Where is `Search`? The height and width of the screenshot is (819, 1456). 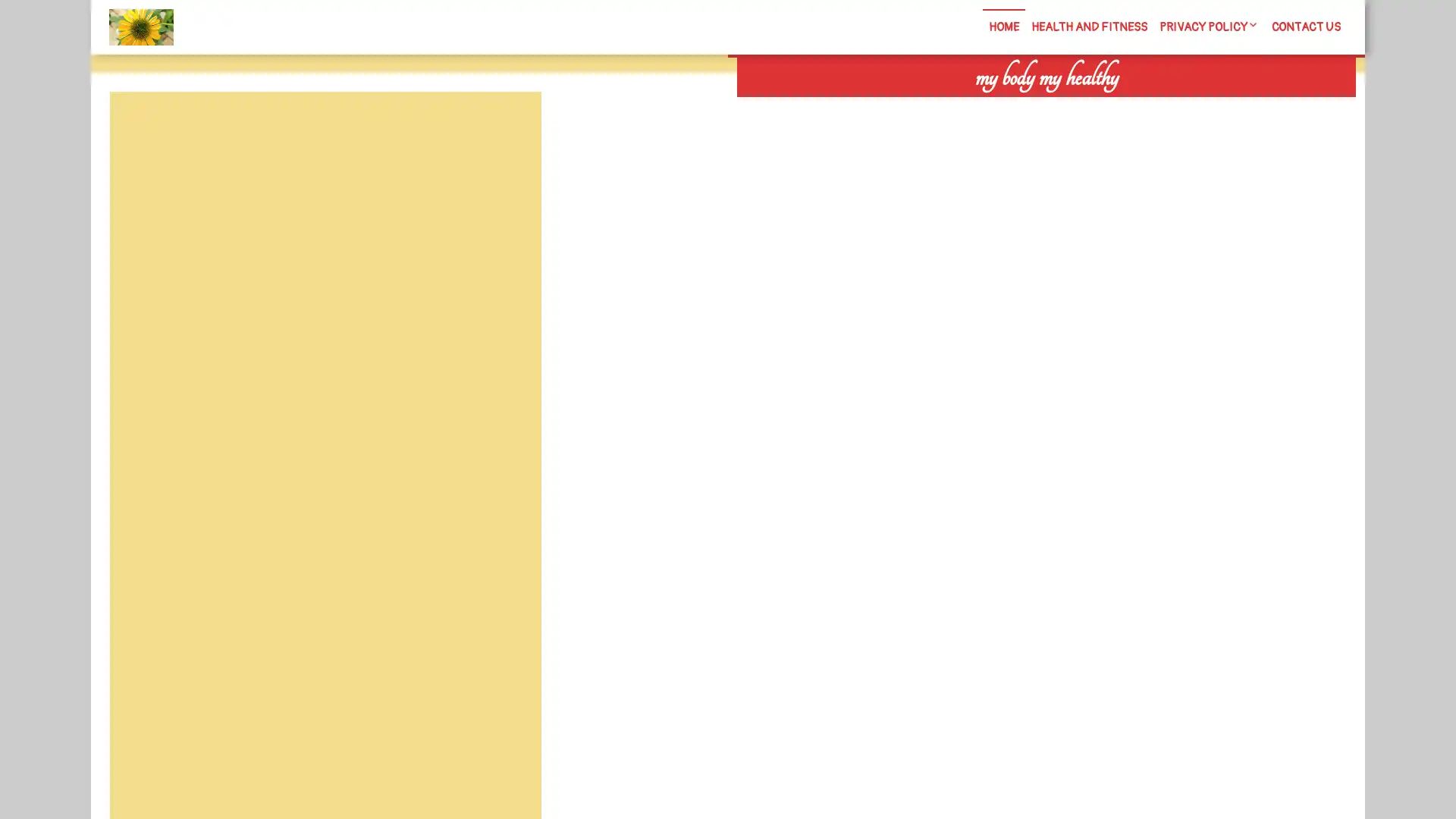 Search is located at coordinates (506, 127).